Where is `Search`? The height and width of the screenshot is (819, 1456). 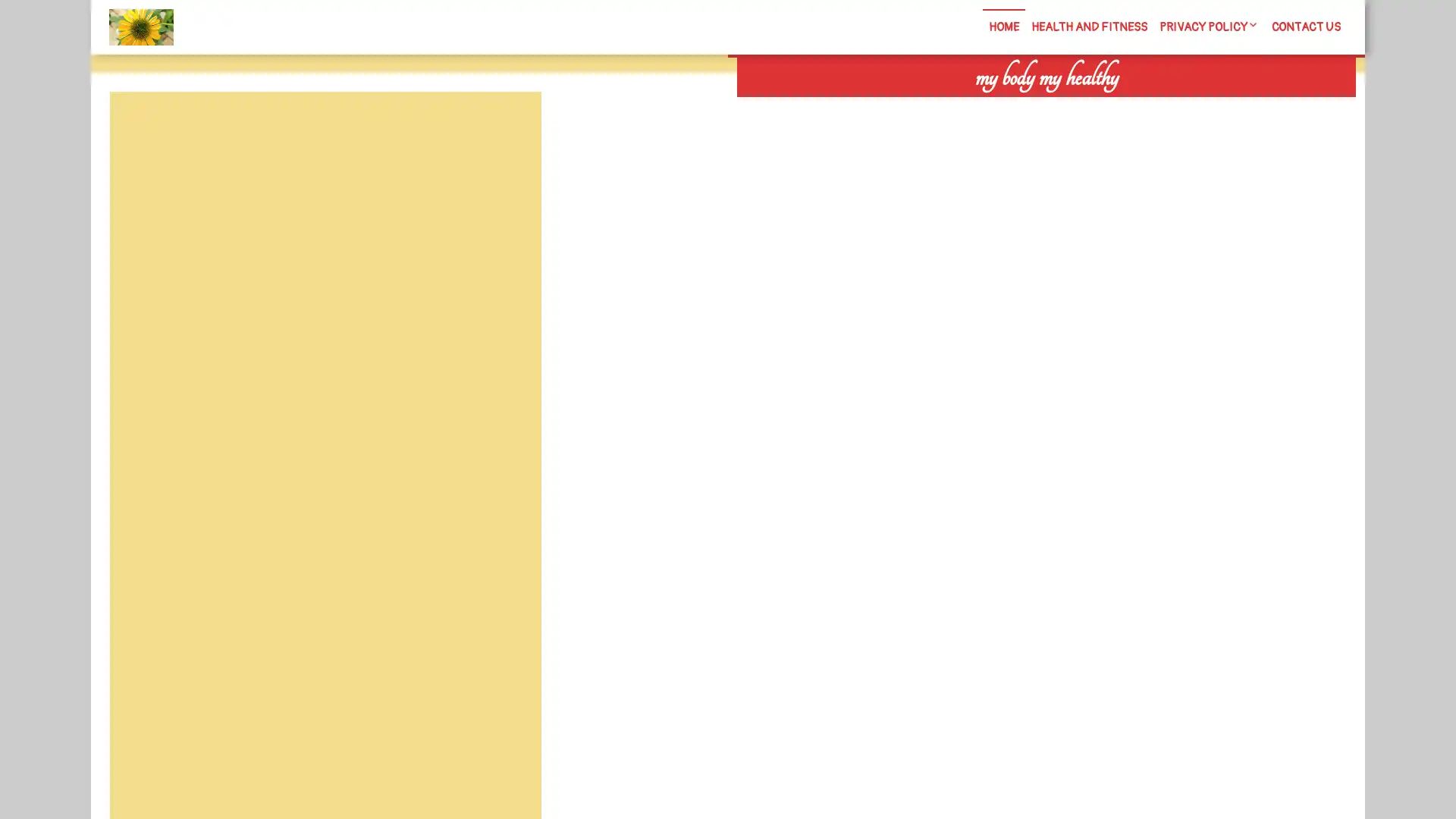 Search is located at coordinates (506, 127).